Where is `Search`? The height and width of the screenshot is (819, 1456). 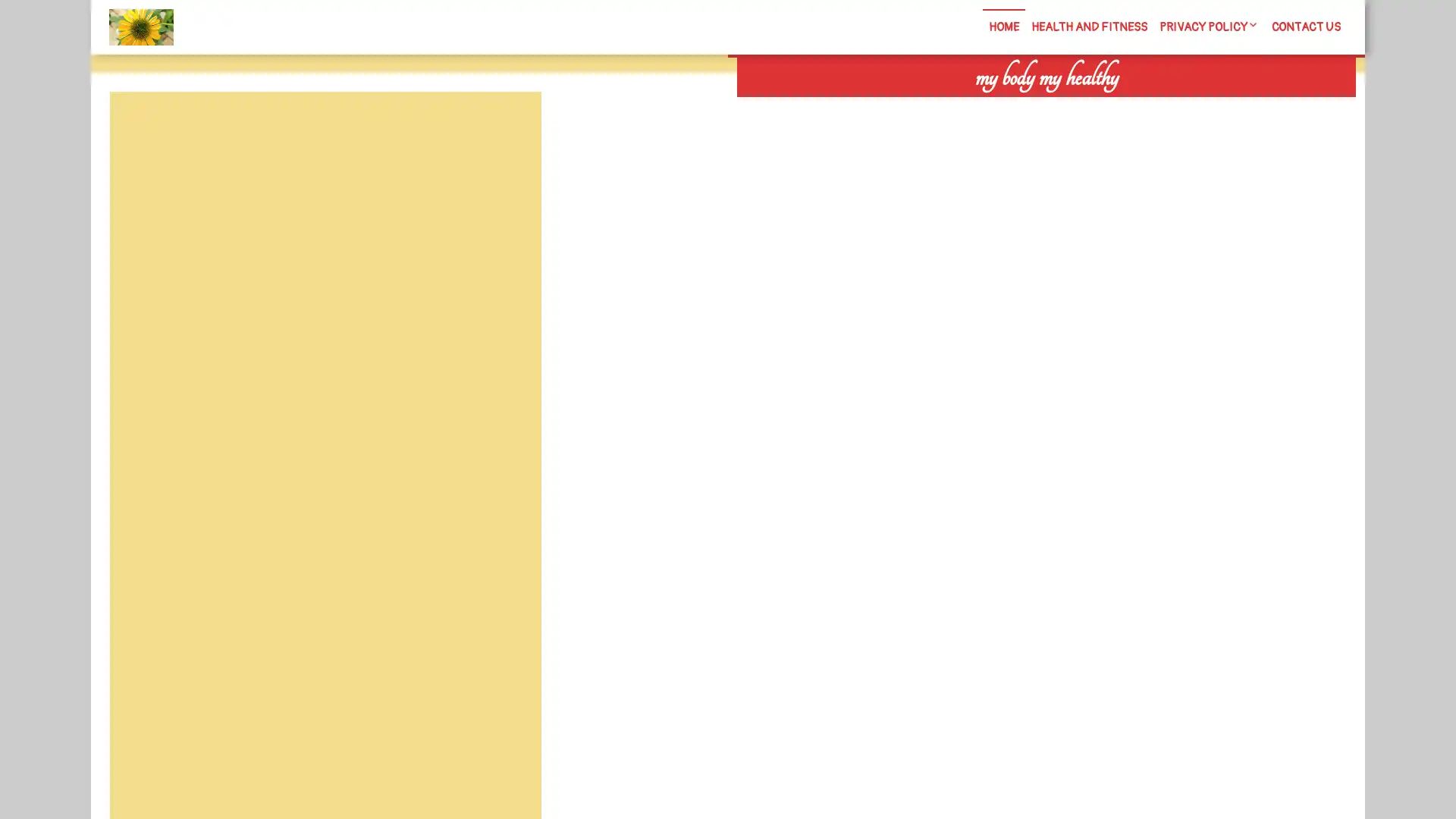 Search is located at coordinates (506, 127).